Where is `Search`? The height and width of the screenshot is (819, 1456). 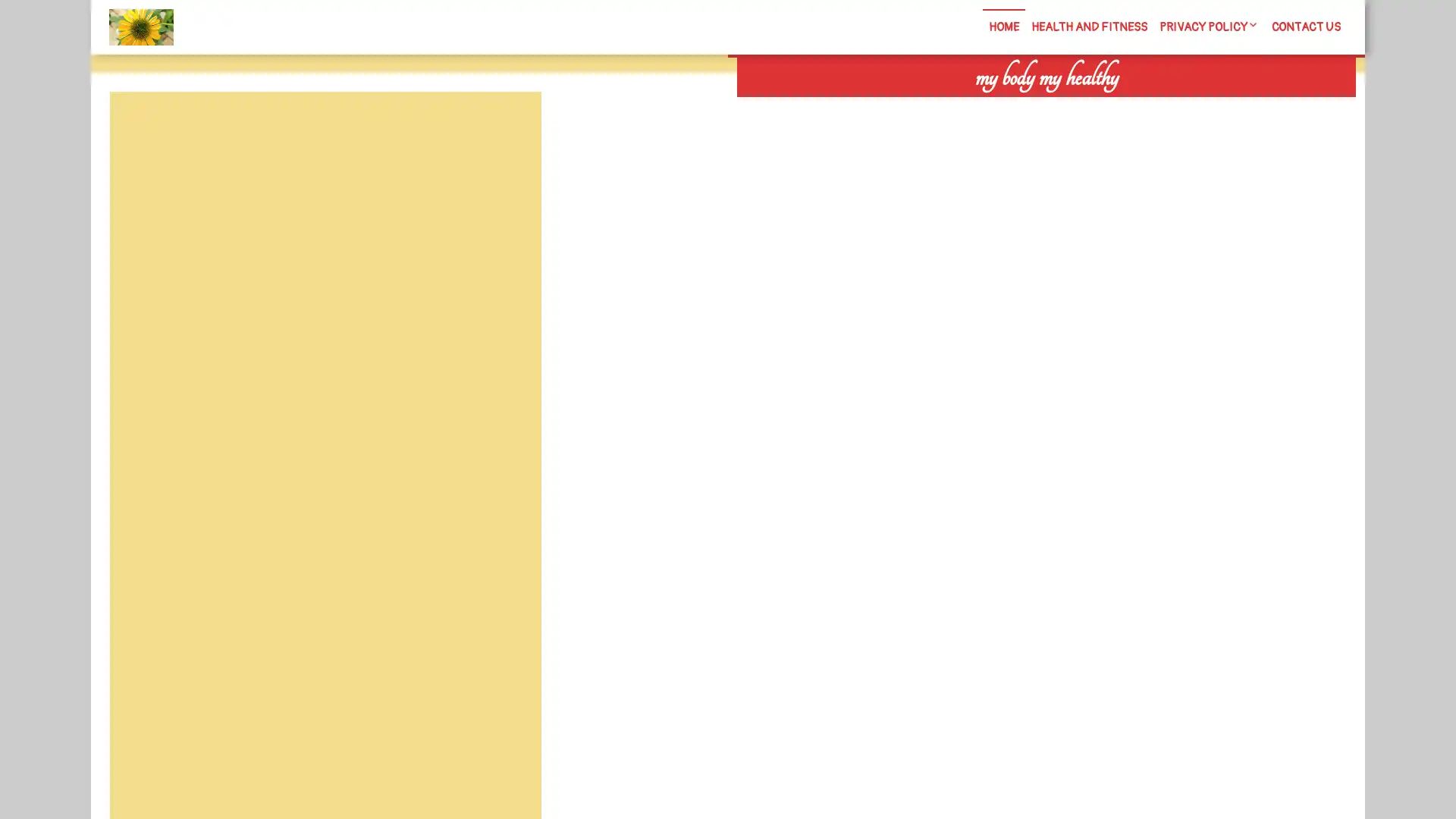 Search is located at coordinates (506, 127).